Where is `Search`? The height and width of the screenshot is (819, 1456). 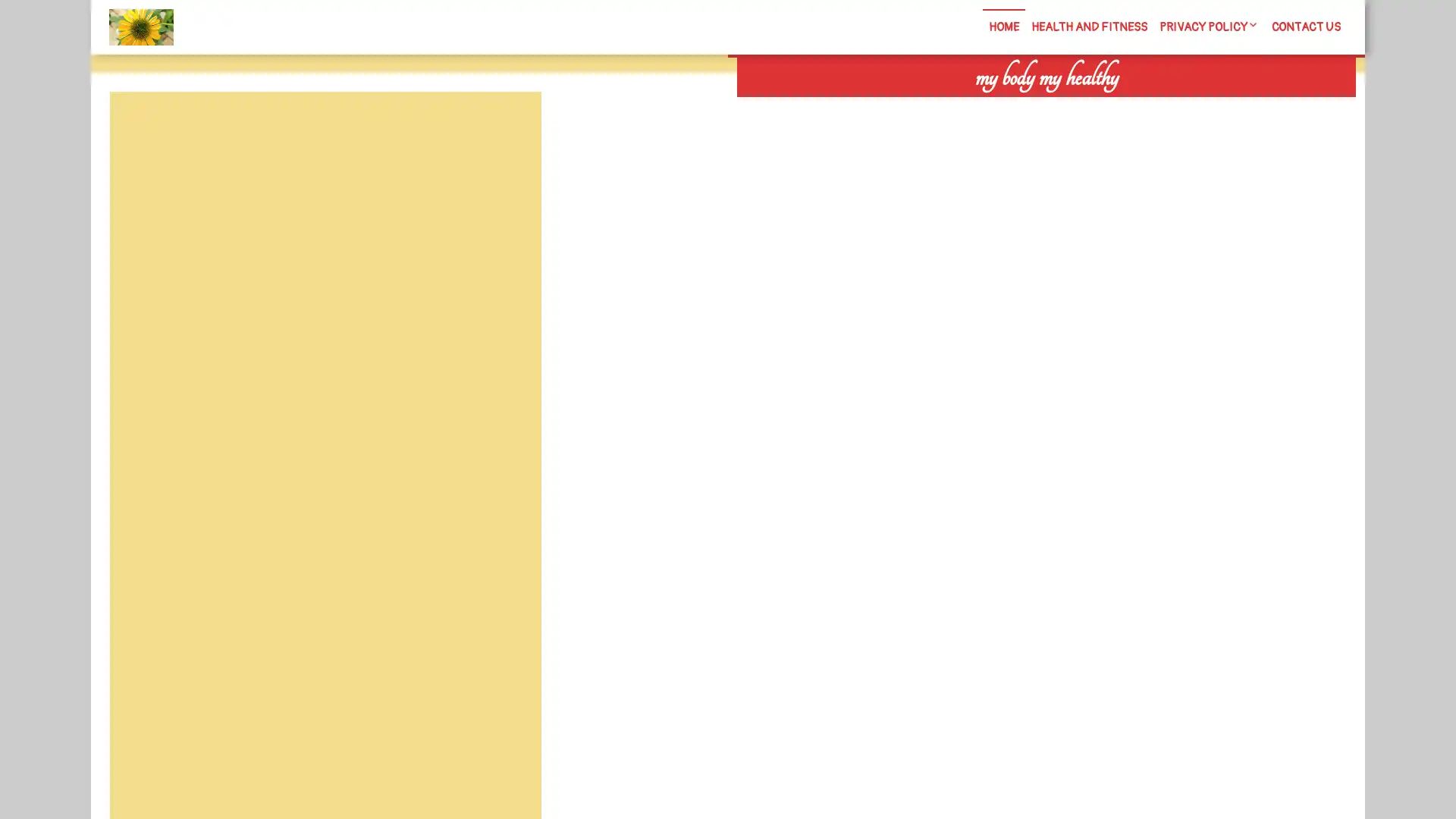 Search is located at coordinates (506, 127).